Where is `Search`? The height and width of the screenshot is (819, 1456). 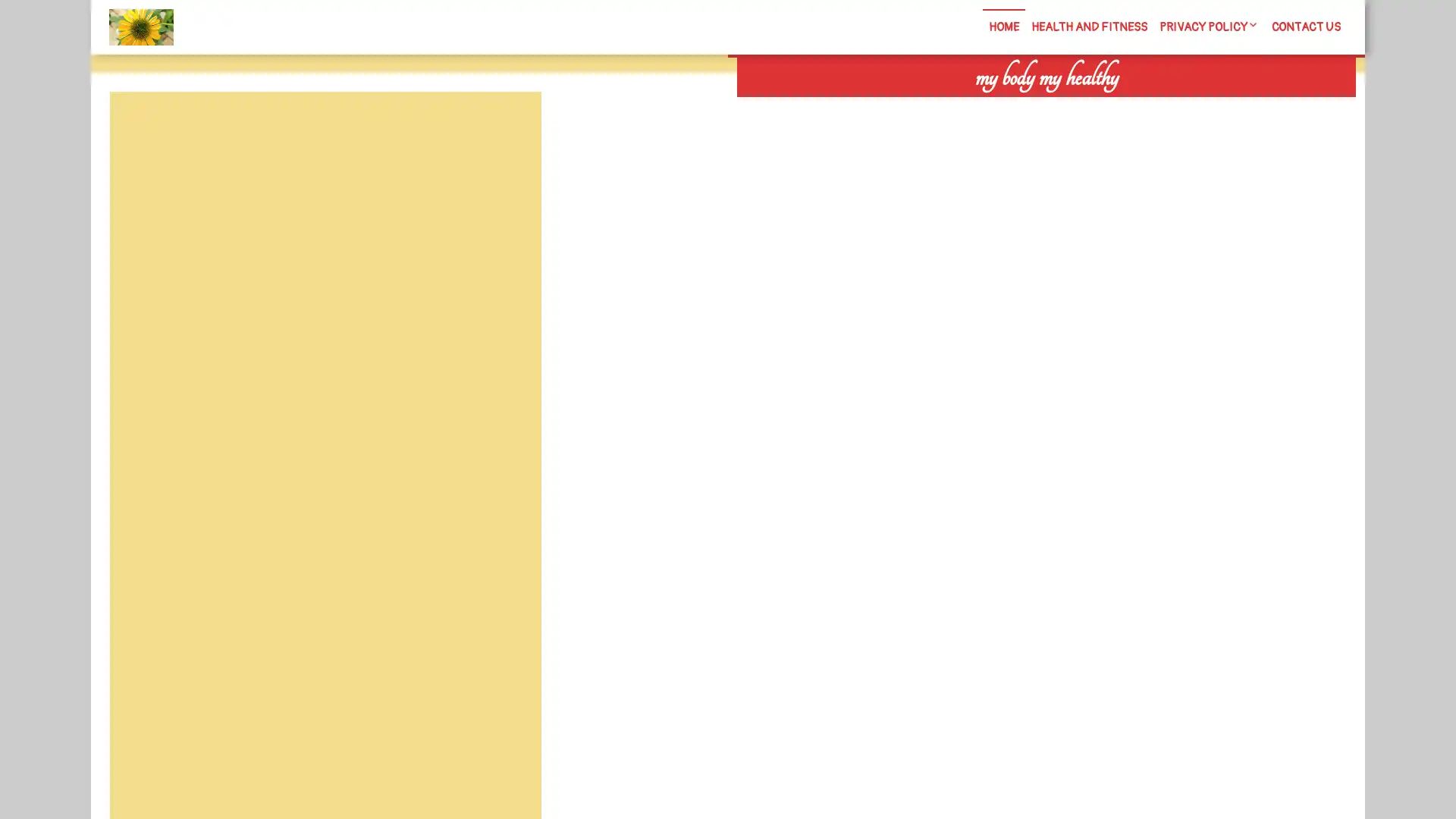 Search is located at coordinates (506, 127).